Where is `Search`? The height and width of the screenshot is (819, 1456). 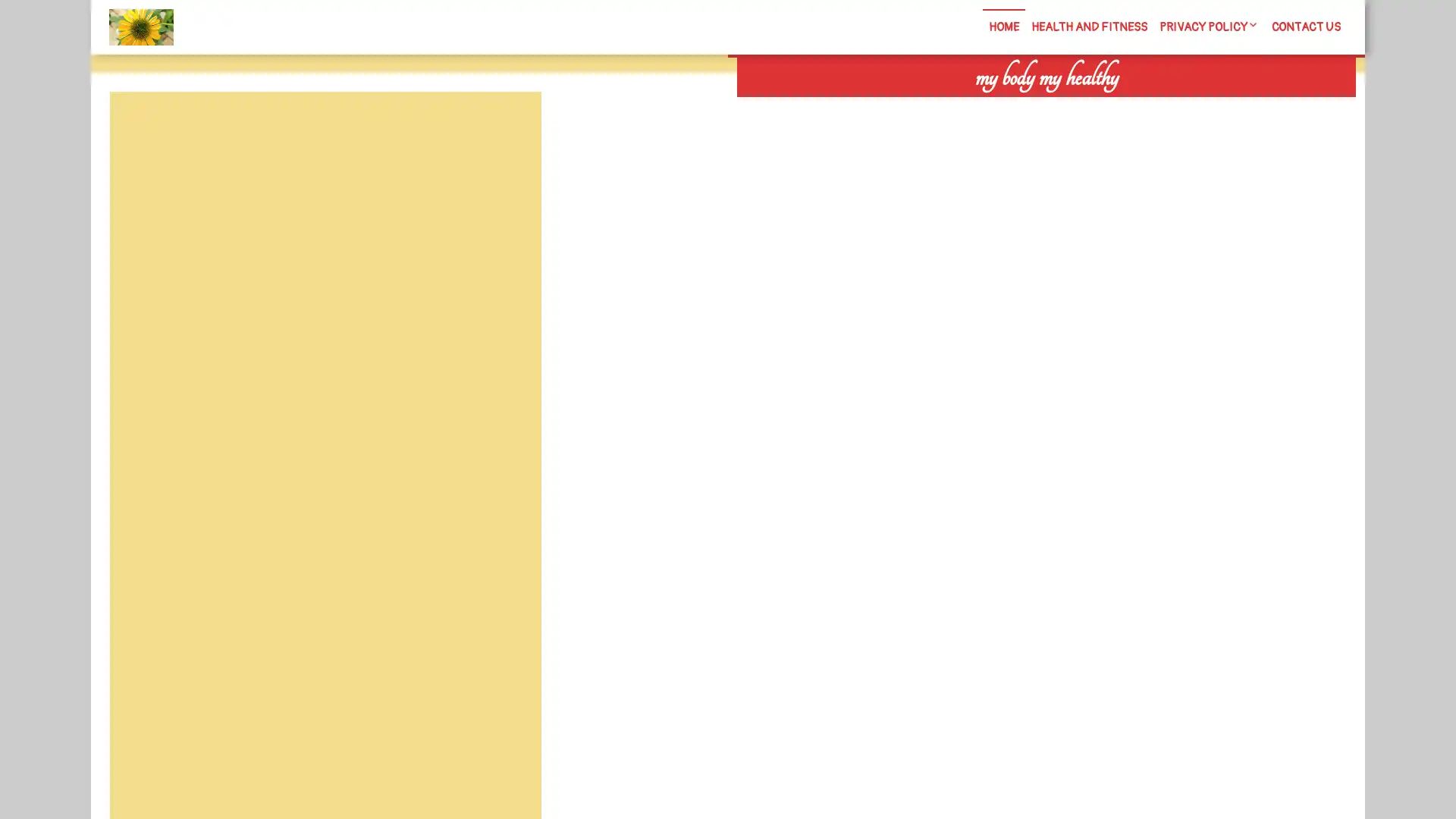 Search is located at coordinates (506, 127).